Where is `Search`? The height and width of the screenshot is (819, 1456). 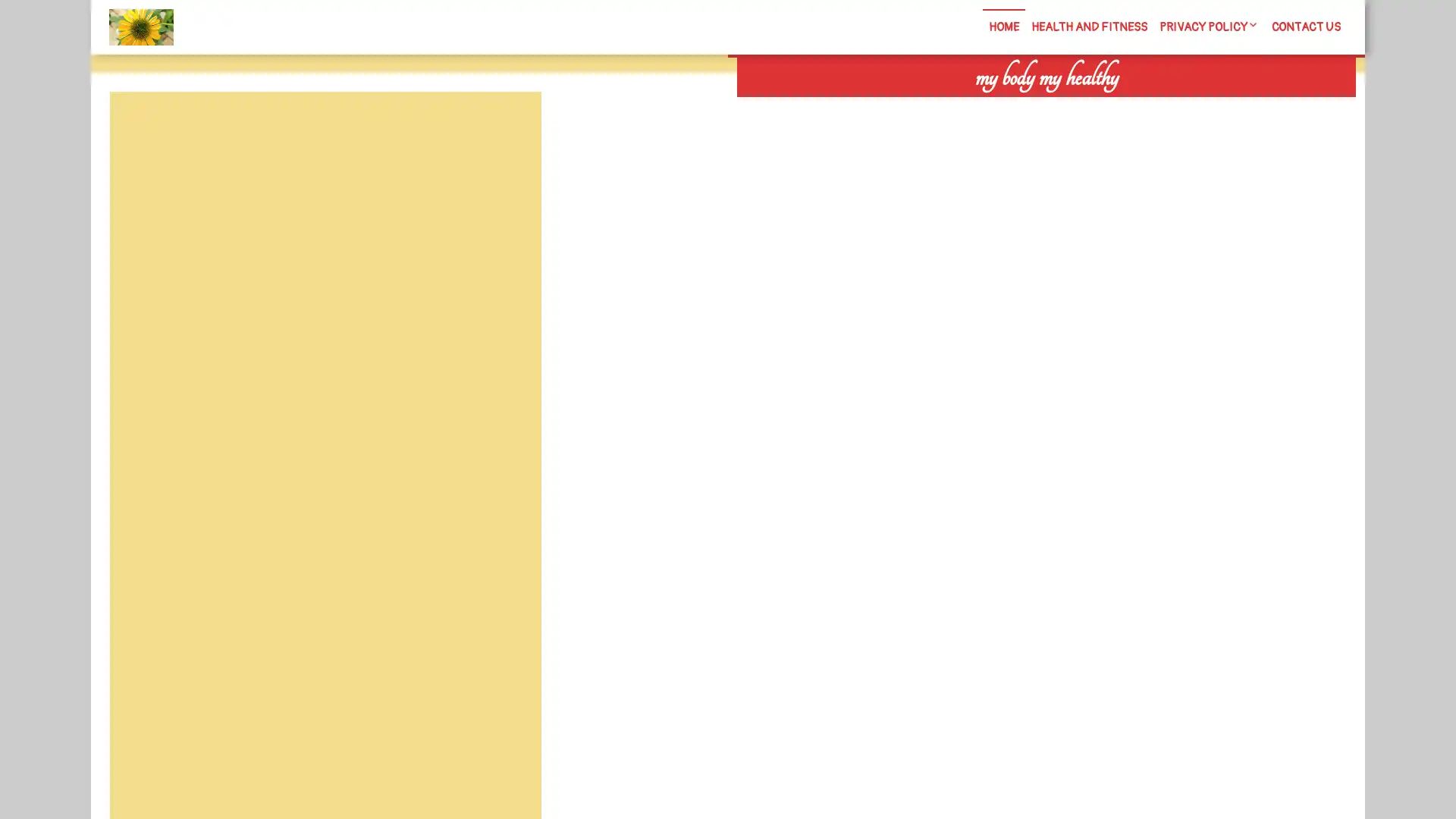 Search is located at coordinates (506, 127).